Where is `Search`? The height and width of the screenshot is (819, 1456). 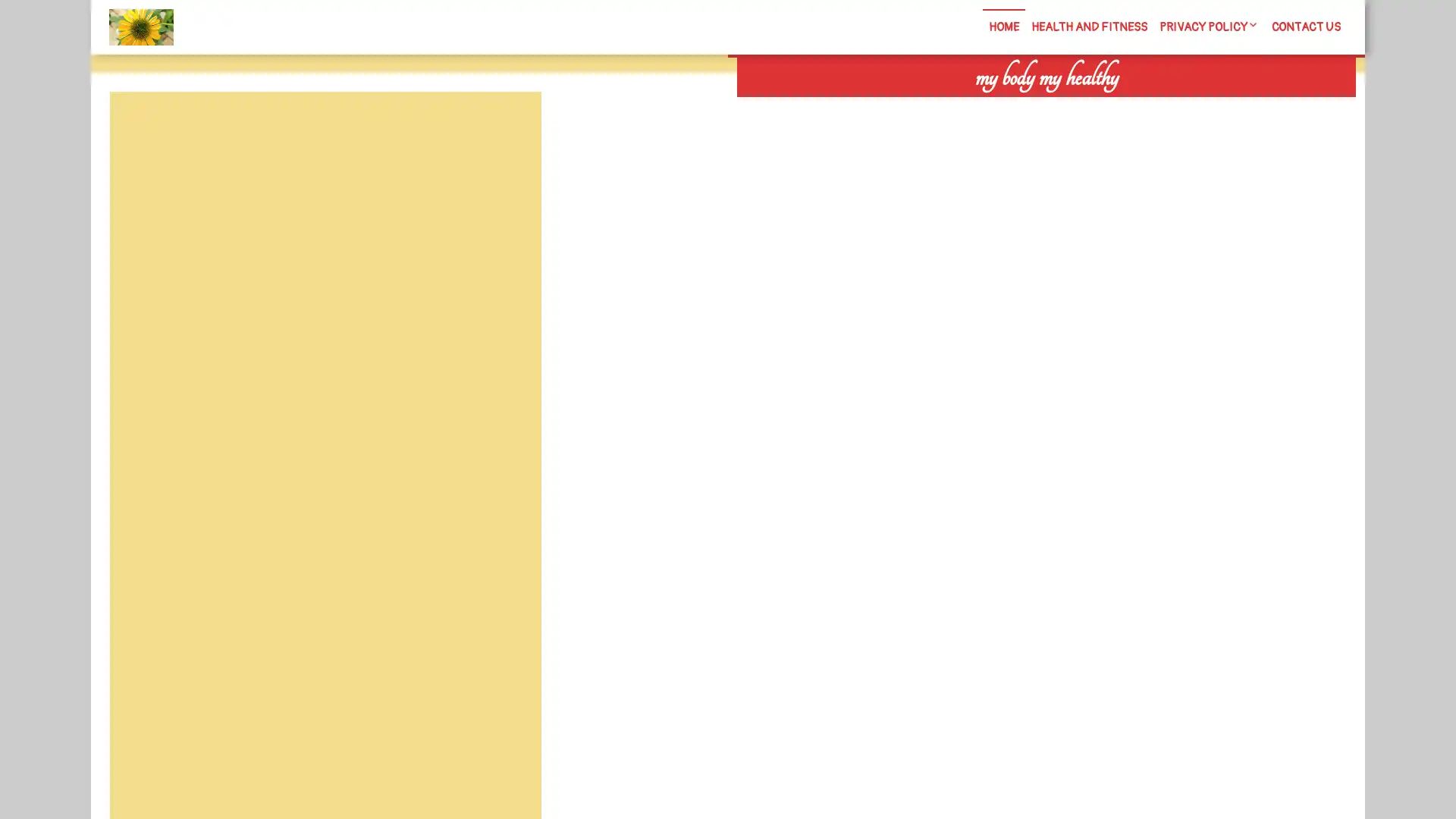 Search is located at coordinates (506, 127).